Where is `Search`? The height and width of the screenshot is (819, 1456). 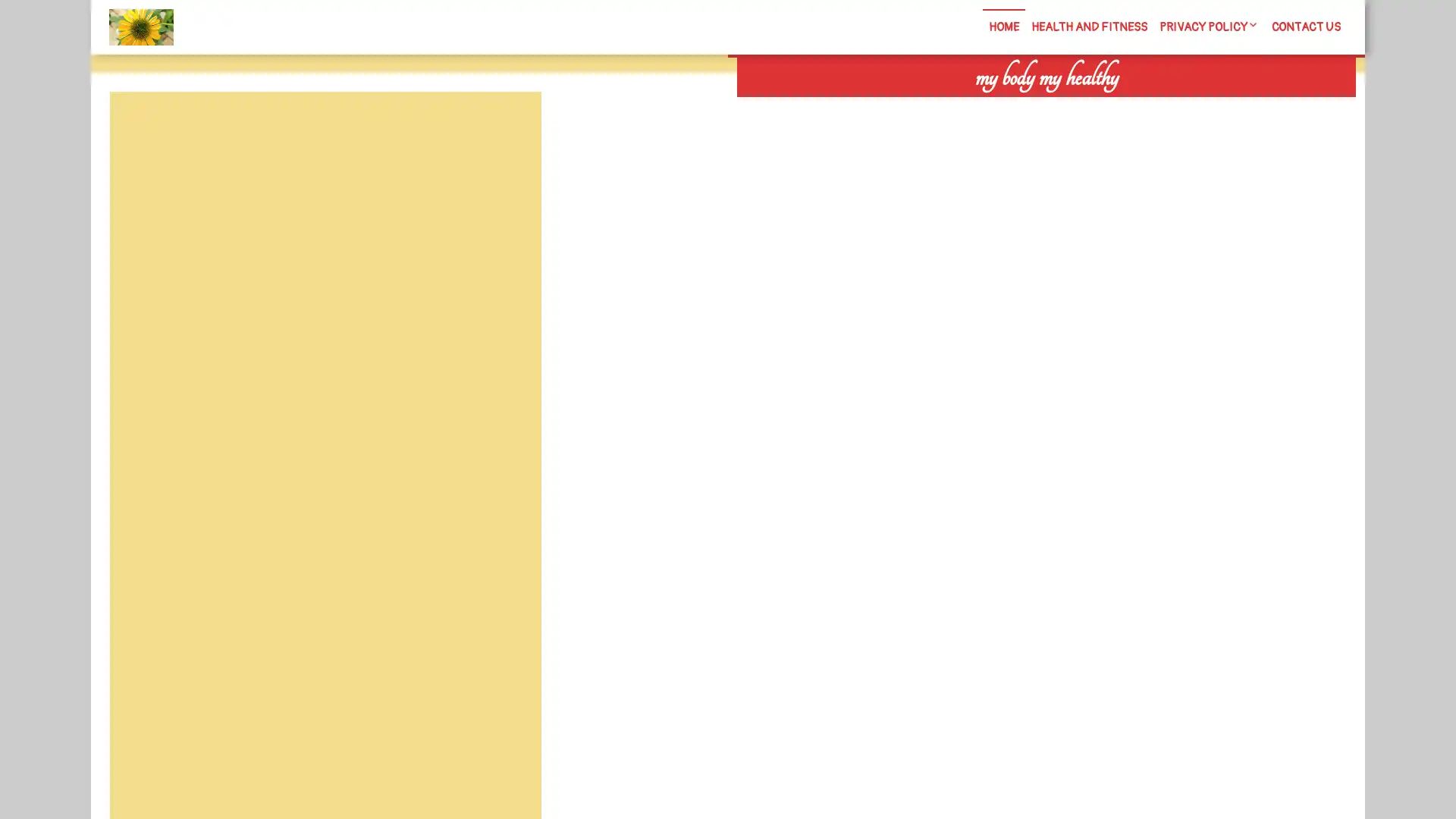 Search is located at coordinates (506, 127).